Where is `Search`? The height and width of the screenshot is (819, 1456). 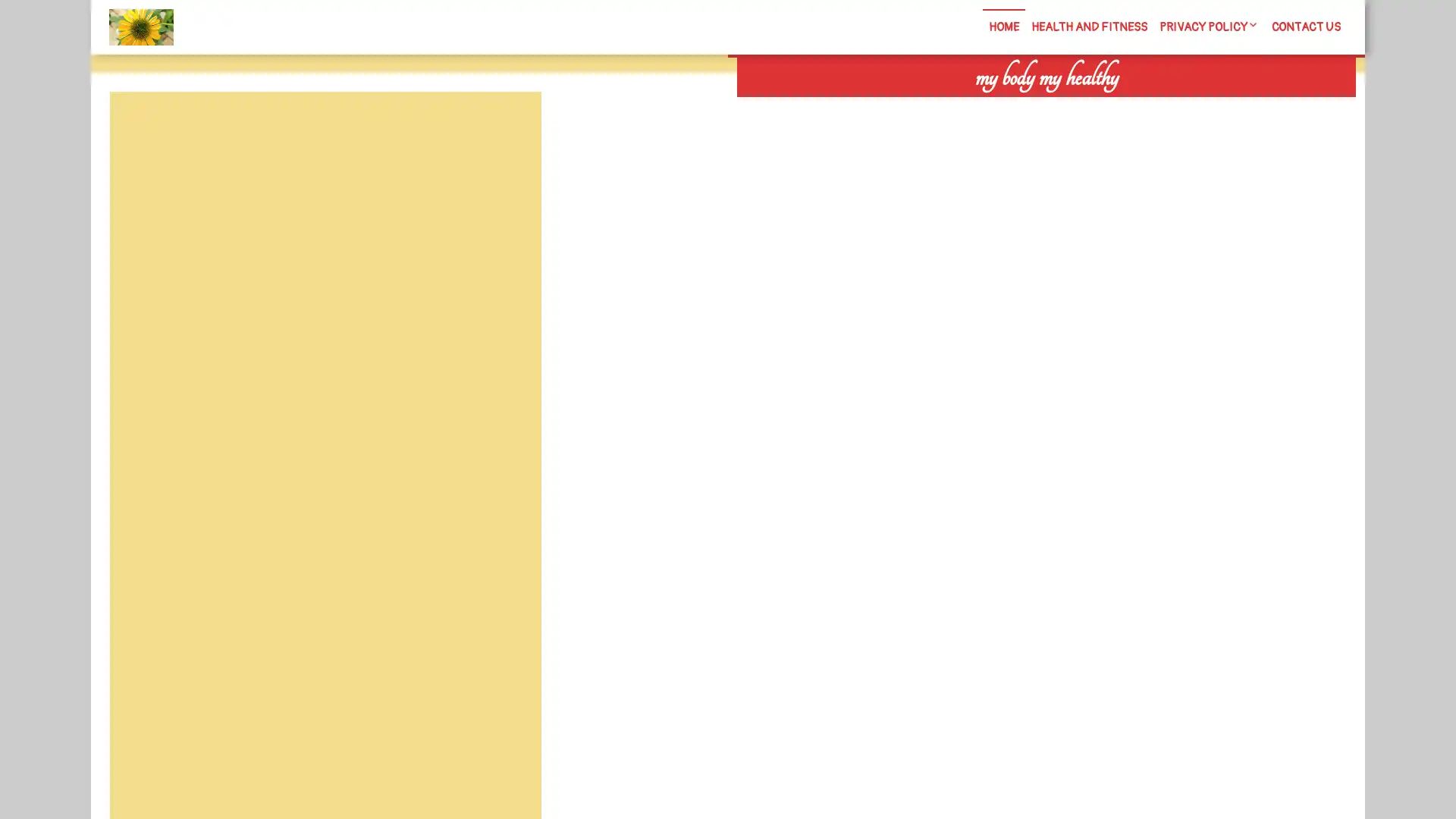 Search is located at coordinates (506, 127).